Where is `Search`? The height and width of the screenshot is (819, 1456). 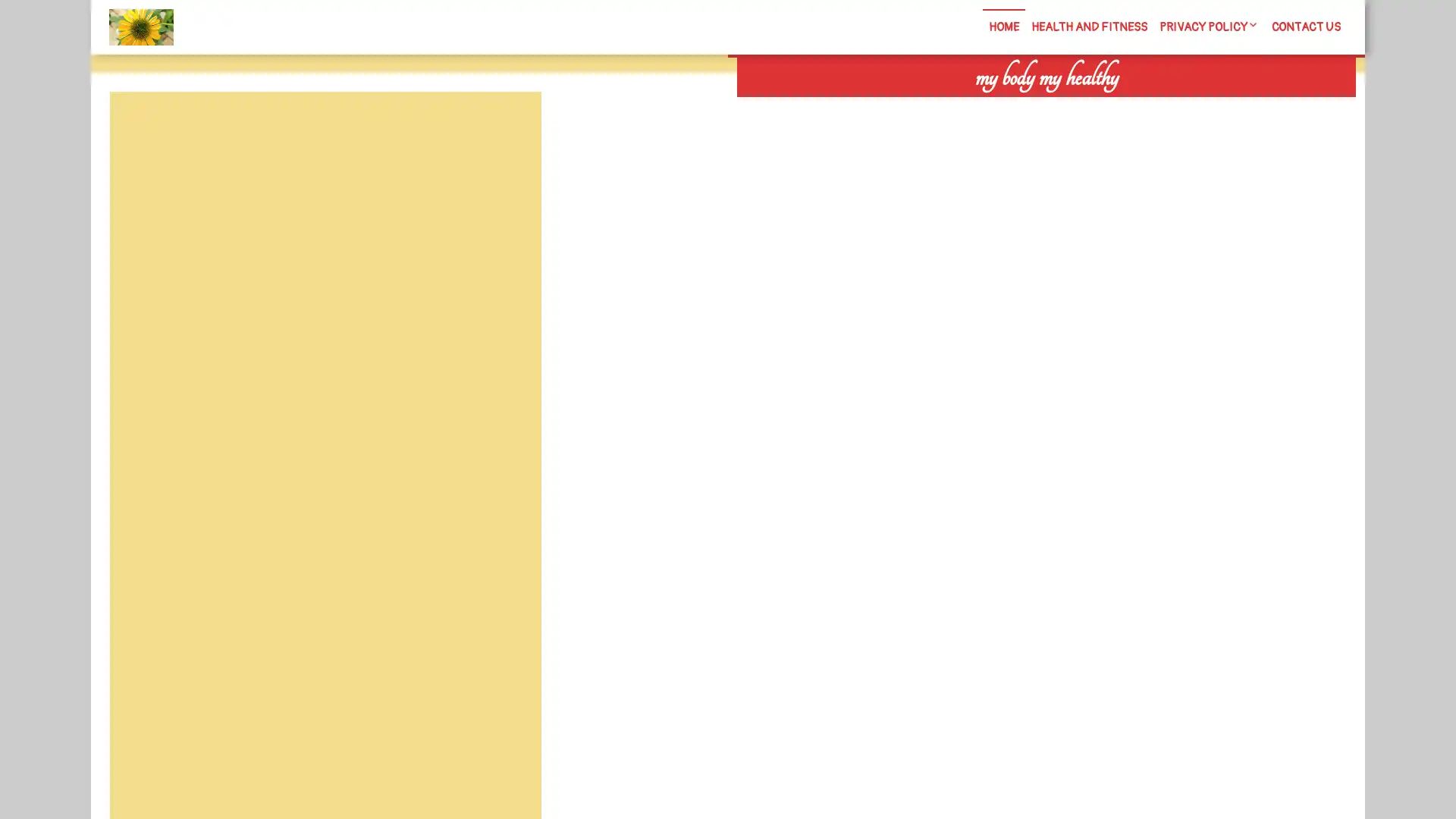 Search is located at coordinates (506, 127).